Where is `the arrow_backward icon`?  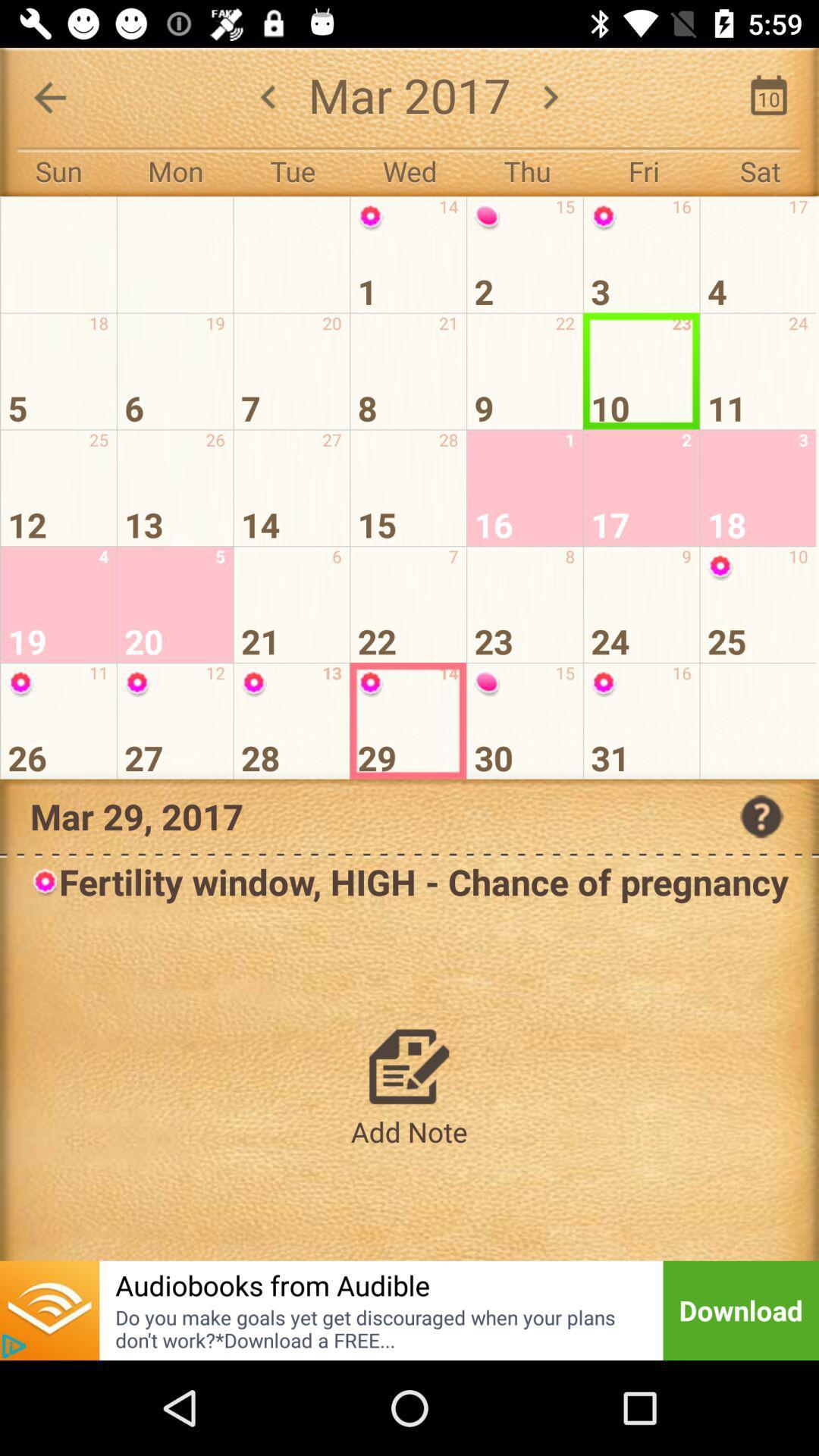
the arrow_backward icon is located at coordinates (49, 96).